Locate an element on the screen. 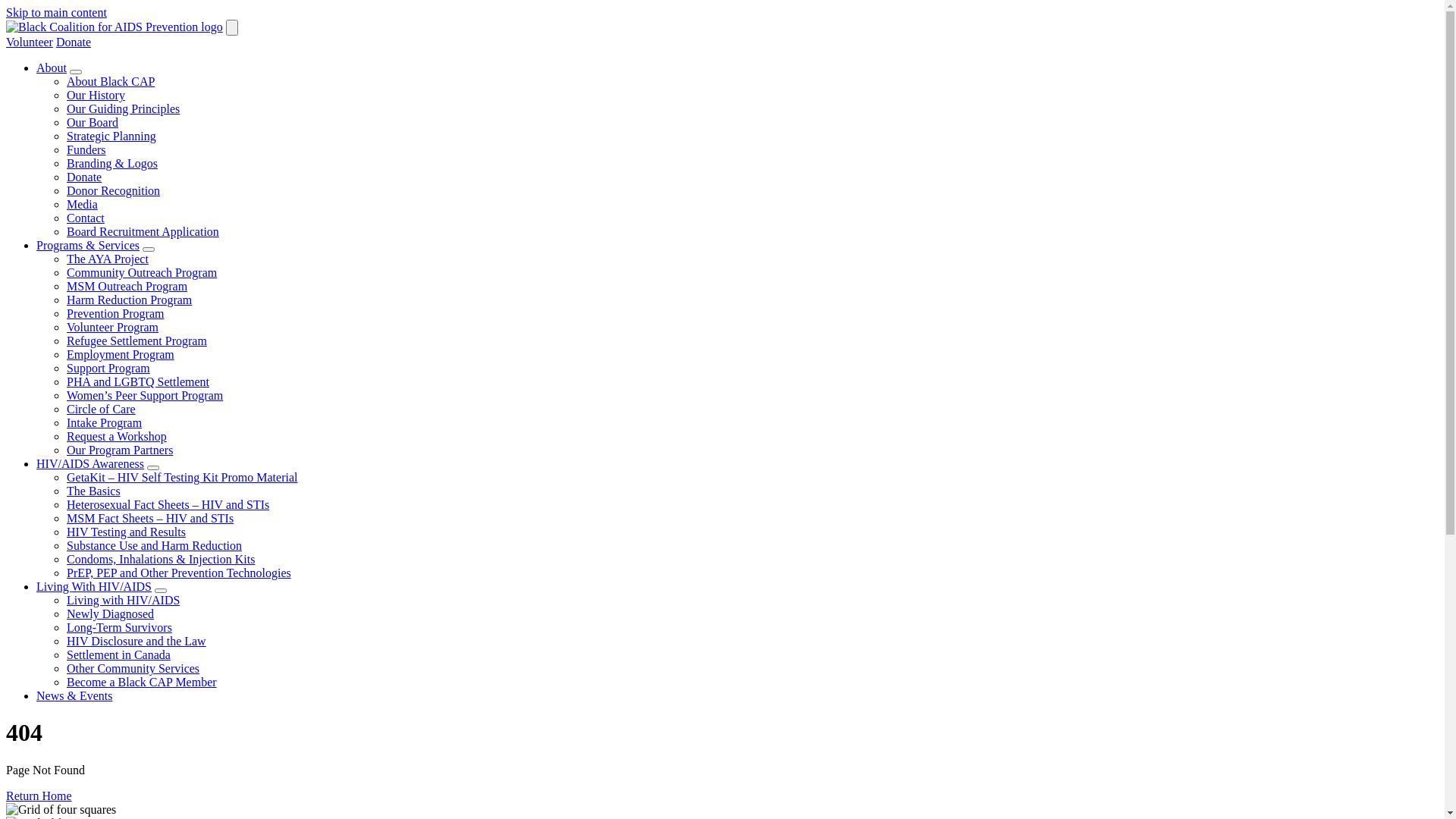  'Request a Workshop' is located at coordinates (65, 436).